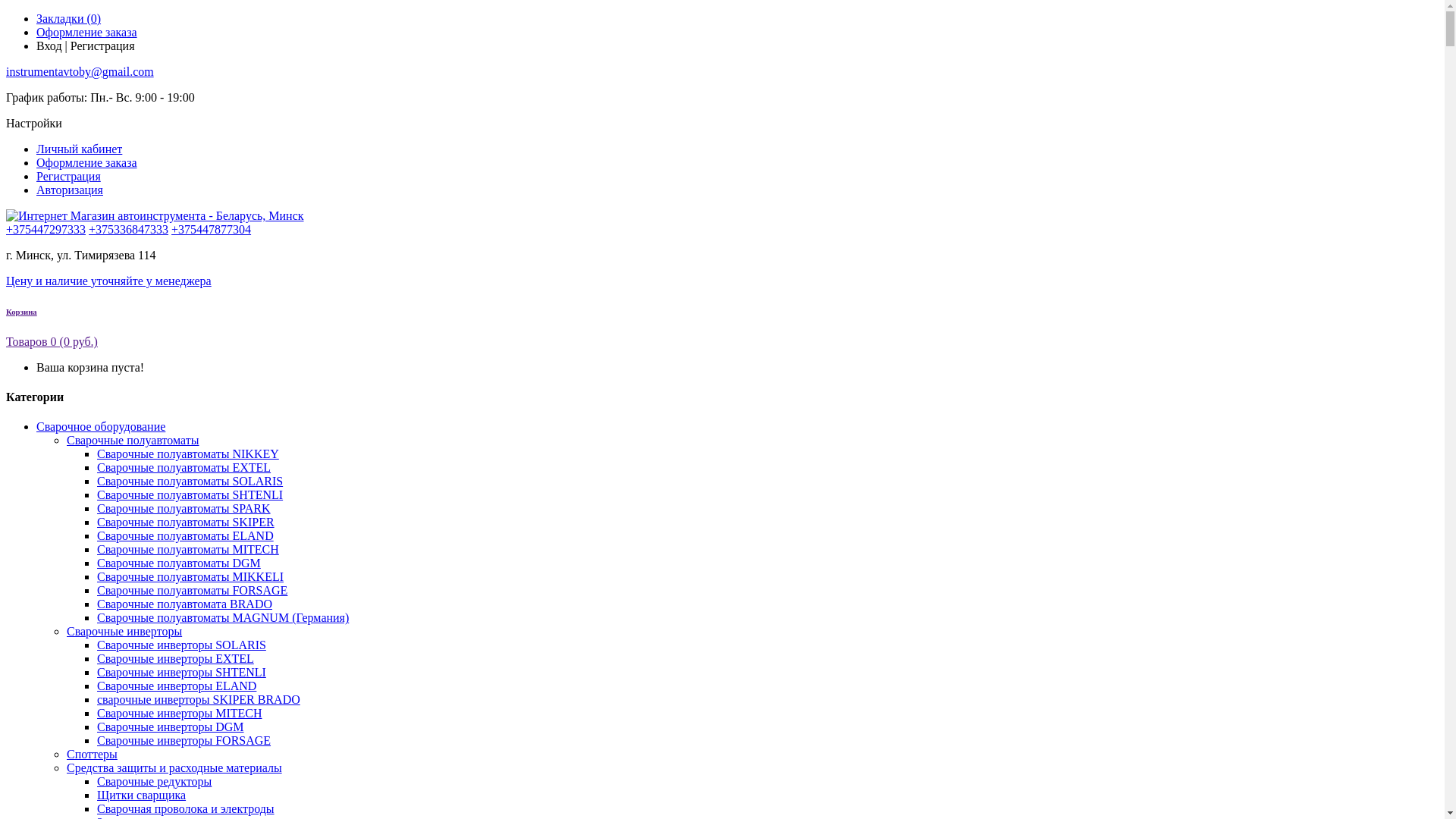  Describe the element at coordinates (171, 229) in the screenshot. I see `'+375447877304'` at that location.